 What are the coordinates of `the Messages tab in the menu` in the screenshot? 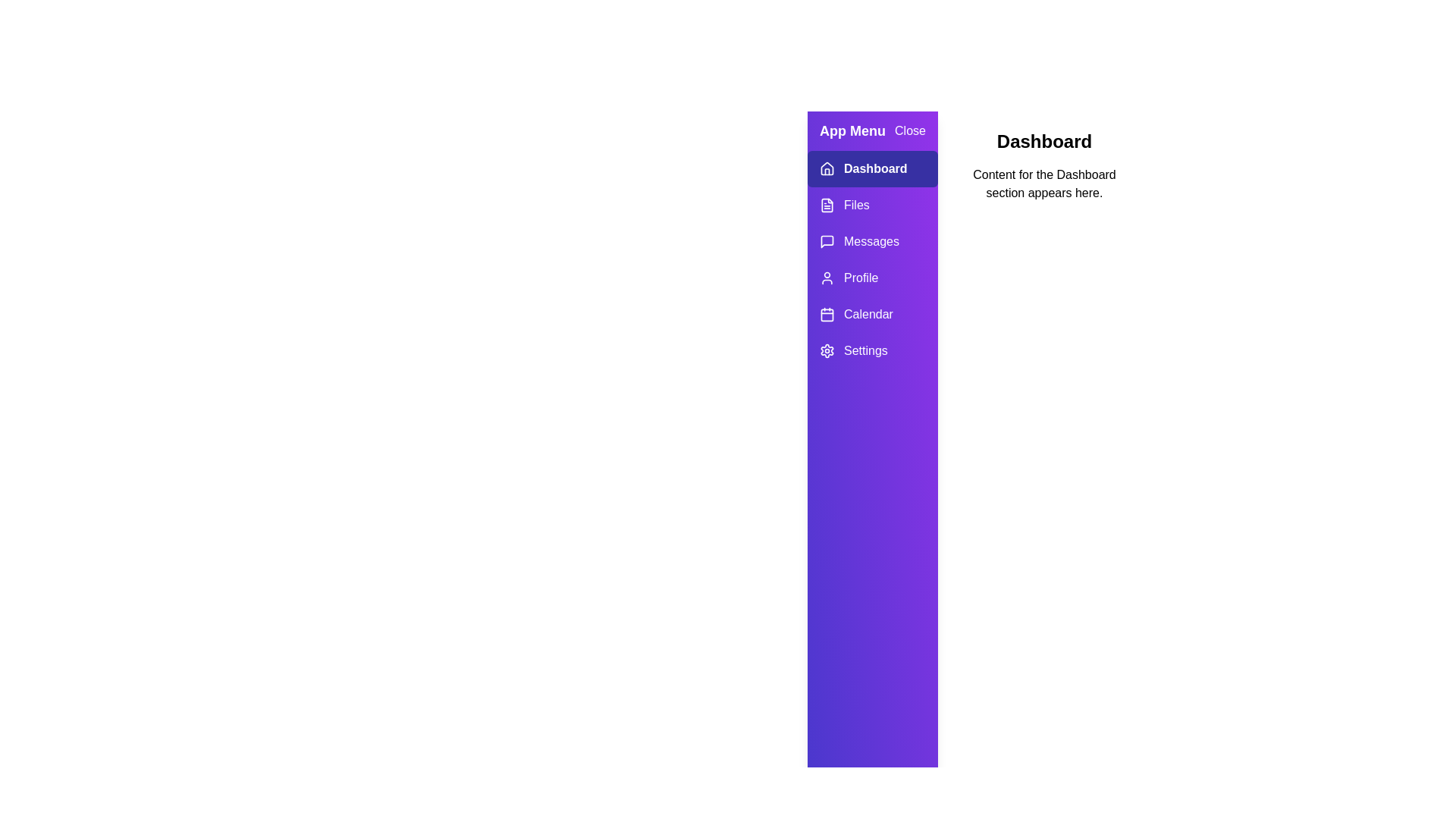 It's located at (872, 241).